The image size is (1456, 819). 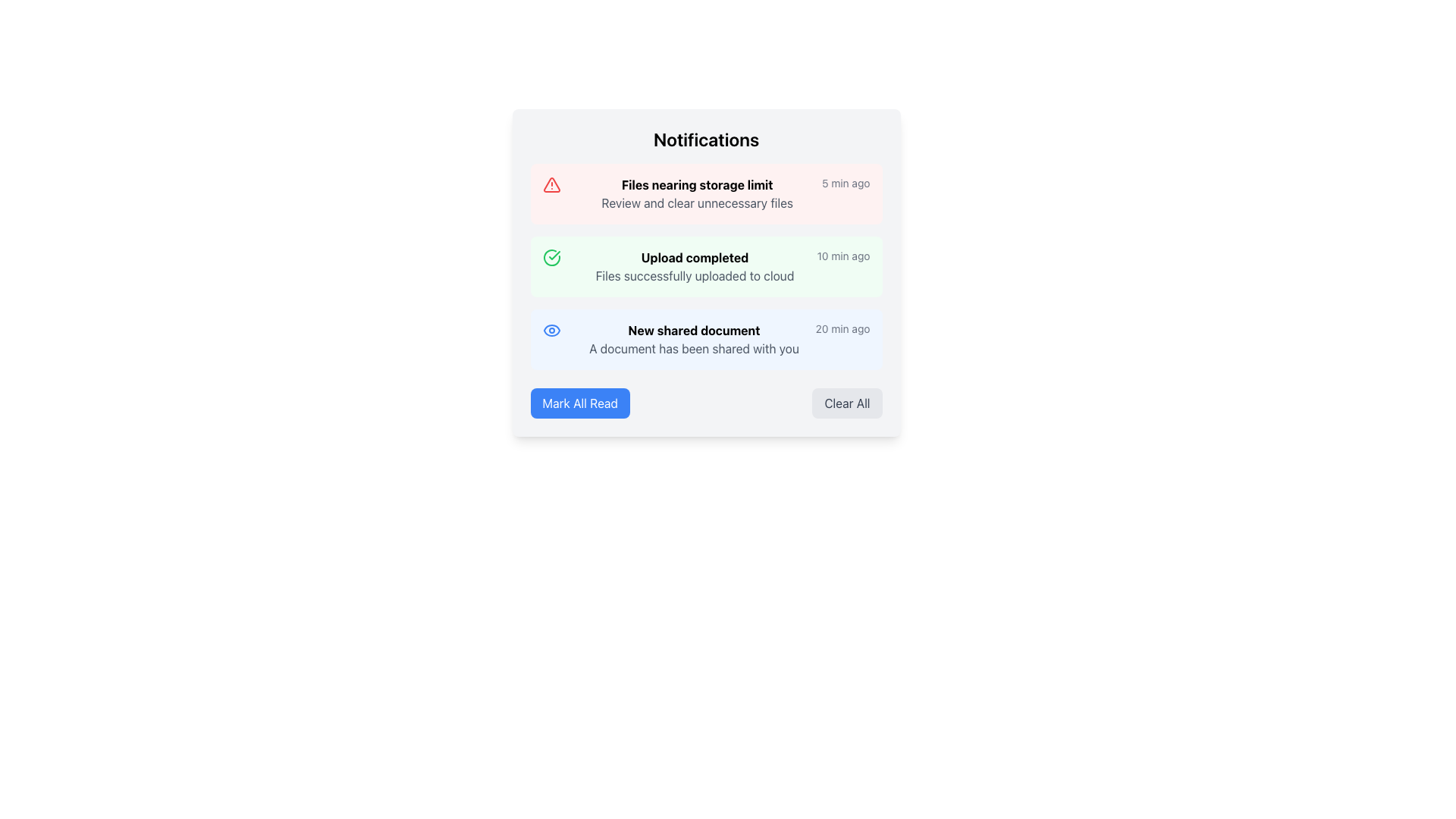 I want to click on the 'This Text Label' indicating successful upload completion in the notification panel, so click(x=694, y=256).